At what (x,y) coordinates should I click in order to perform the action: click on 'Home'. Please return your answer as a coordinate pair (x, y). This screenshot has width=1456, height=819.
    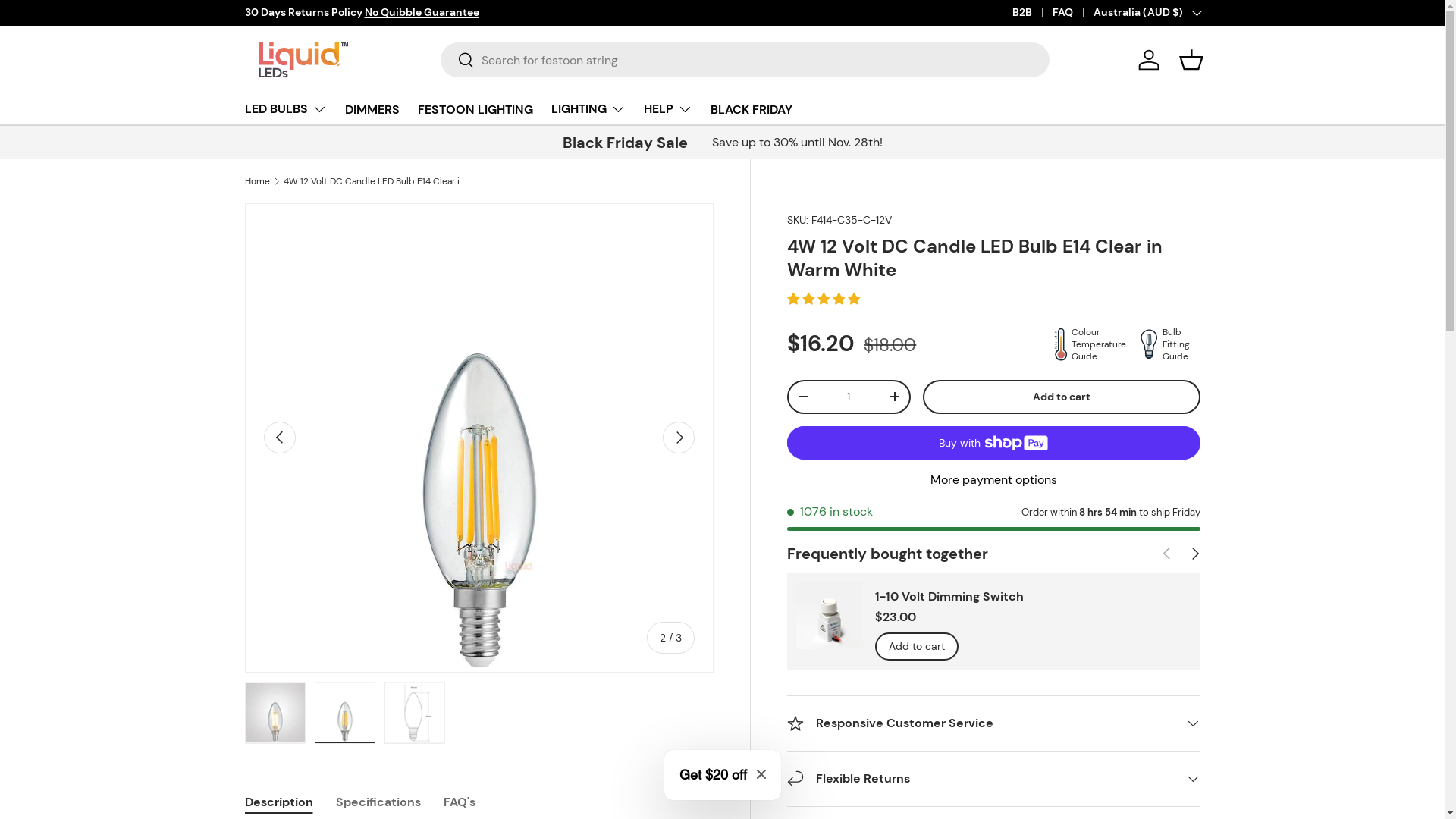
    Looking at the image, I should click on (243, 180).